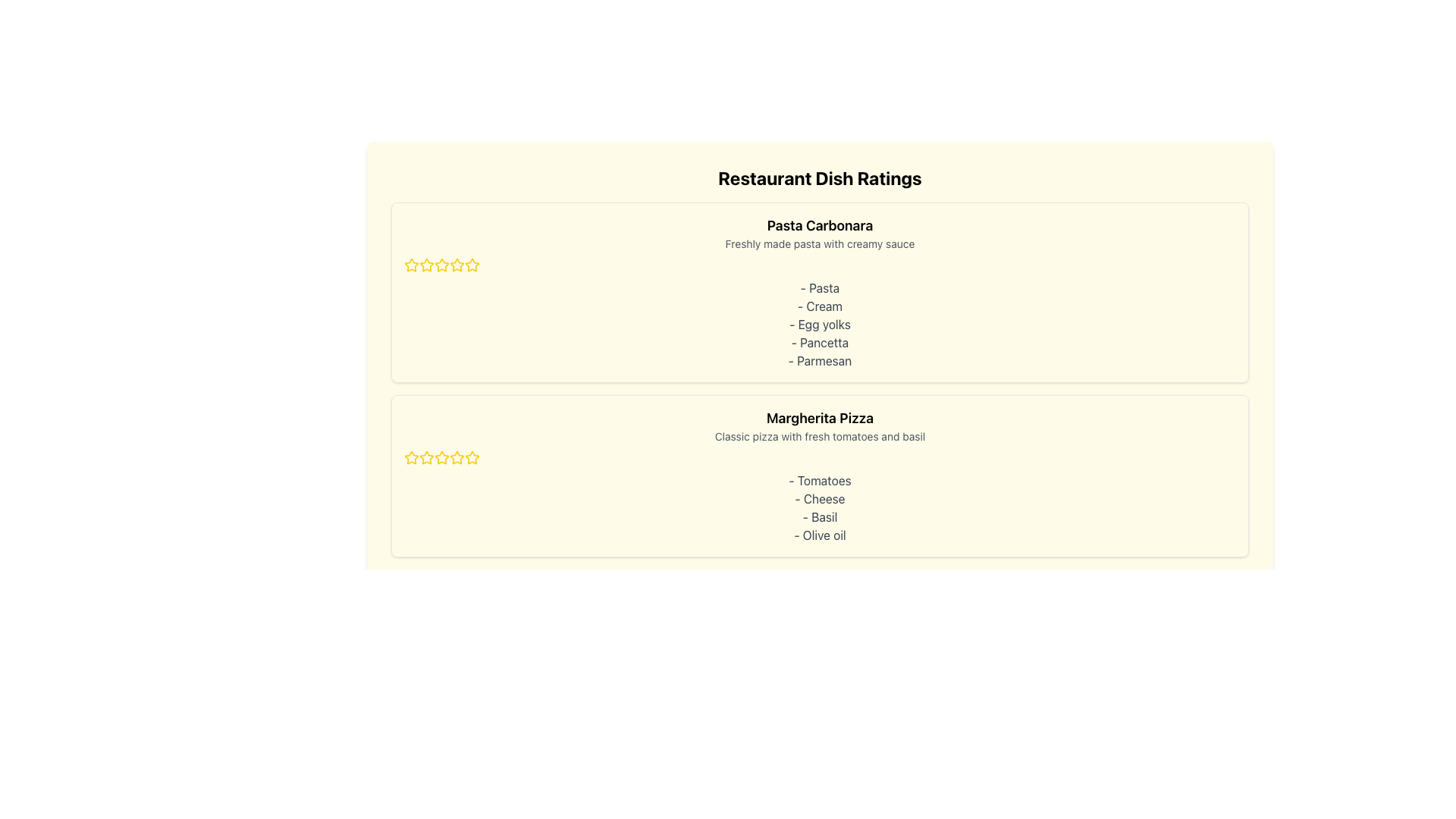 The image size is (1456, 819). I want to click on the second clickable star in the rating control for the 'Pasta Carbonara' dish, which is a yellow outlined star icon in a row of five stars, so click(457, 264).